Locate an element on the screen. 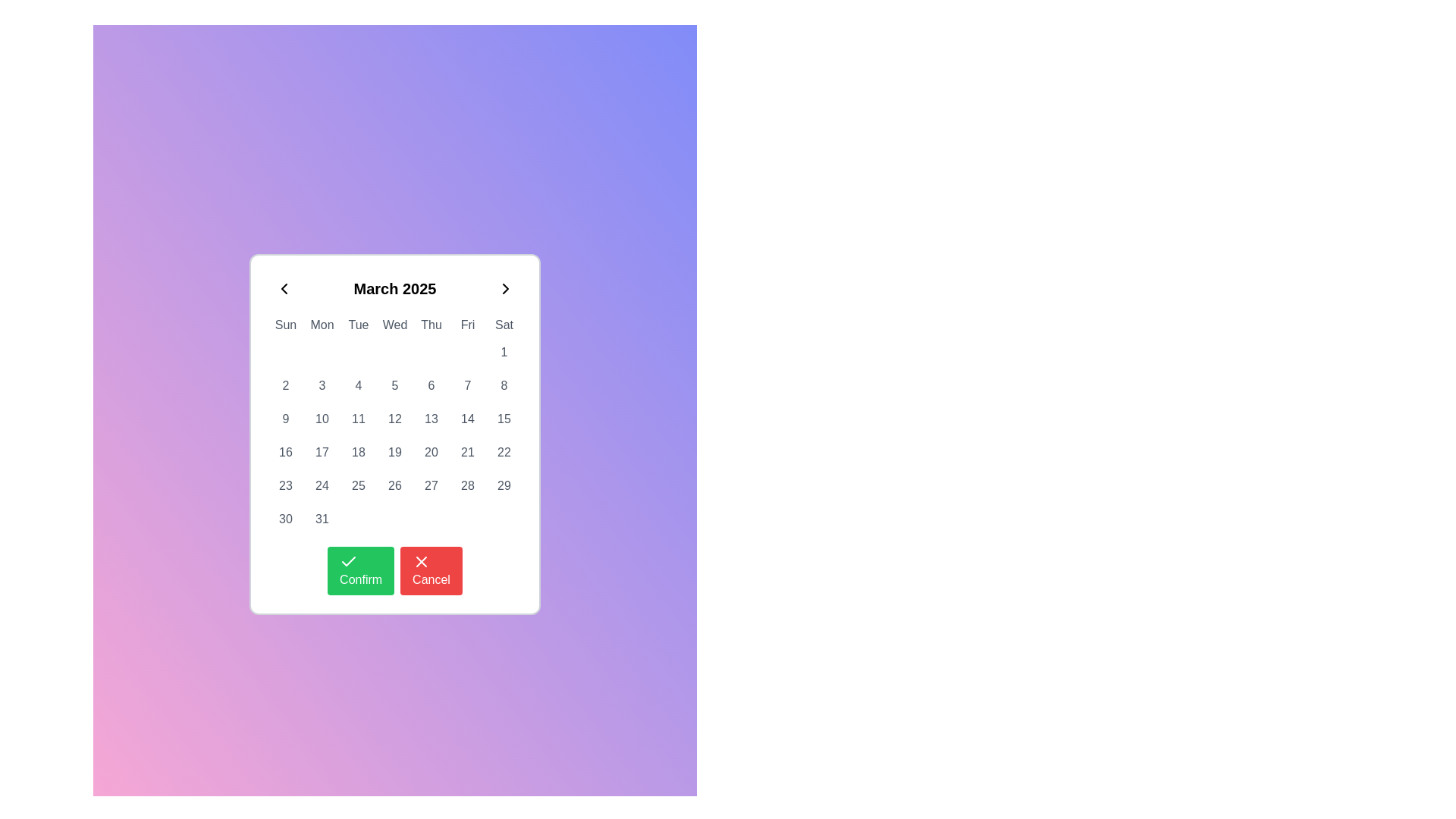  the rectangular tile button displaying '22' in medium gray font, located in the last column of the fourth row of the calendar grid under 'Sat' is located at coordinates (504, 452).